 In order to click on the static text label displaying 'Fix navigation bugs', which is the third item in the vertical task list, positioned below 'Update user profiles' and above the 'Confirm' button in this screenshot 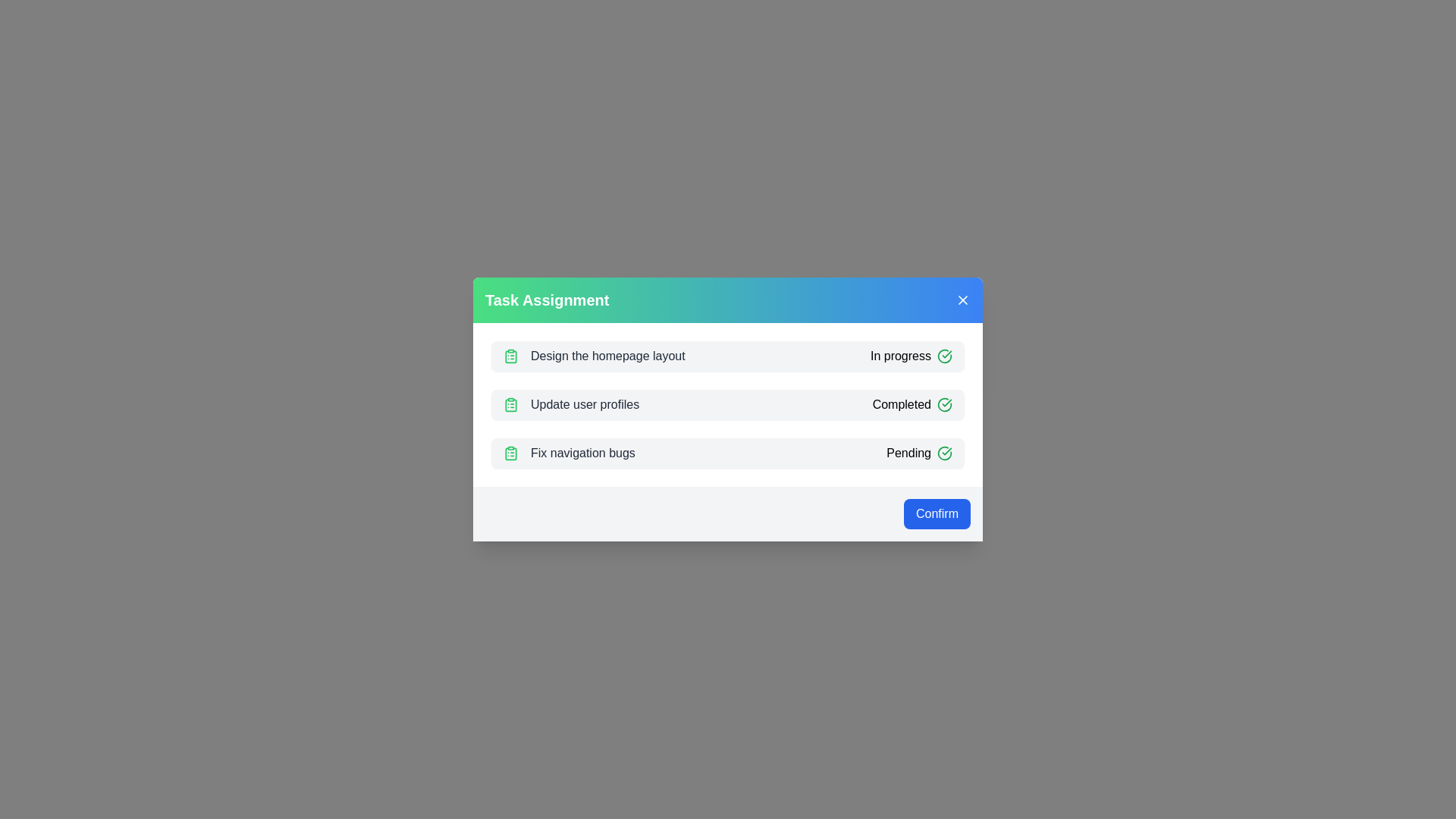, I will do `click(582, 452)`.